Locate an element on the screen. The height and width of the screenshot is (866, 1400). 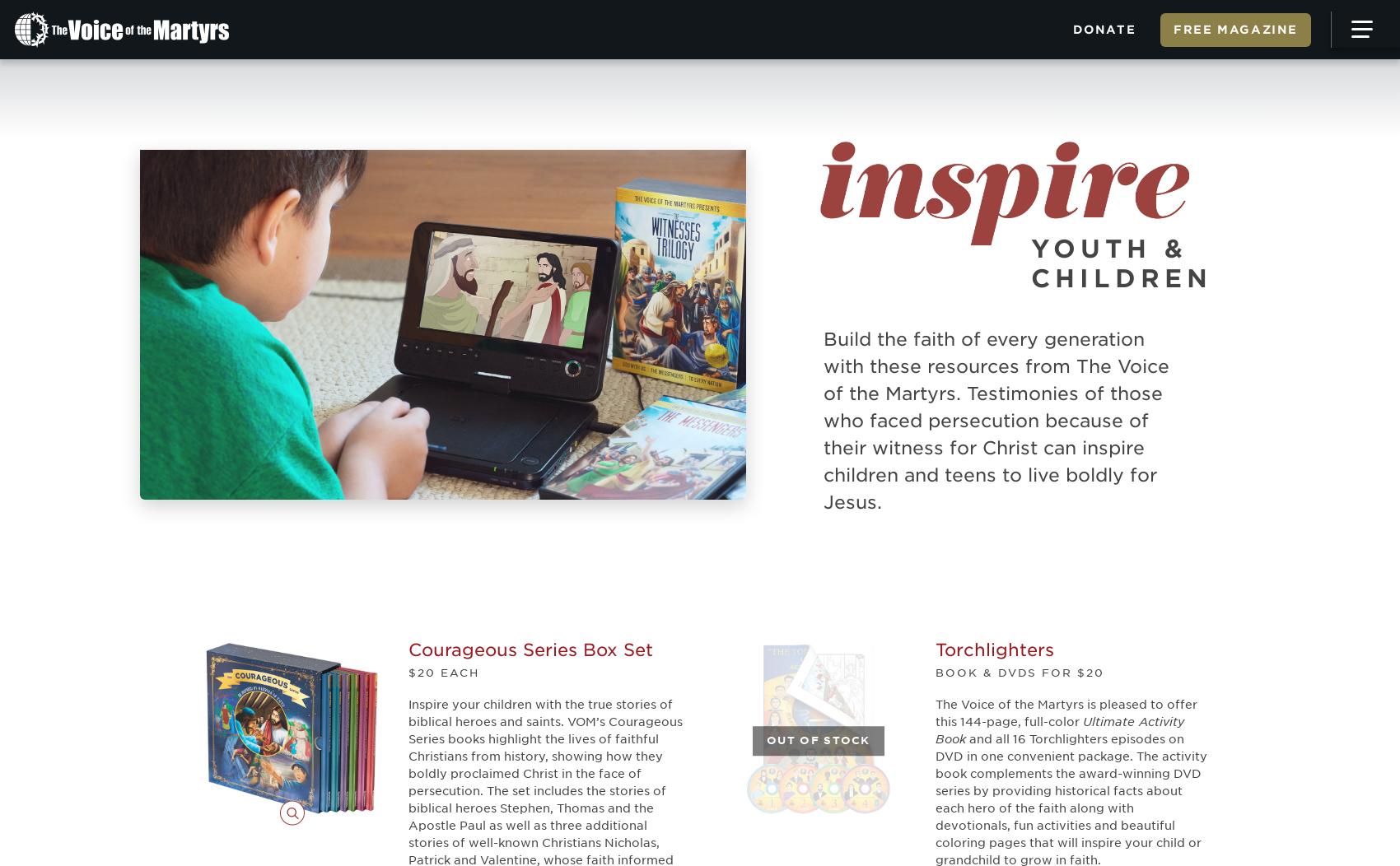
'Youth & Children' is located at coordinates (1122, 263).